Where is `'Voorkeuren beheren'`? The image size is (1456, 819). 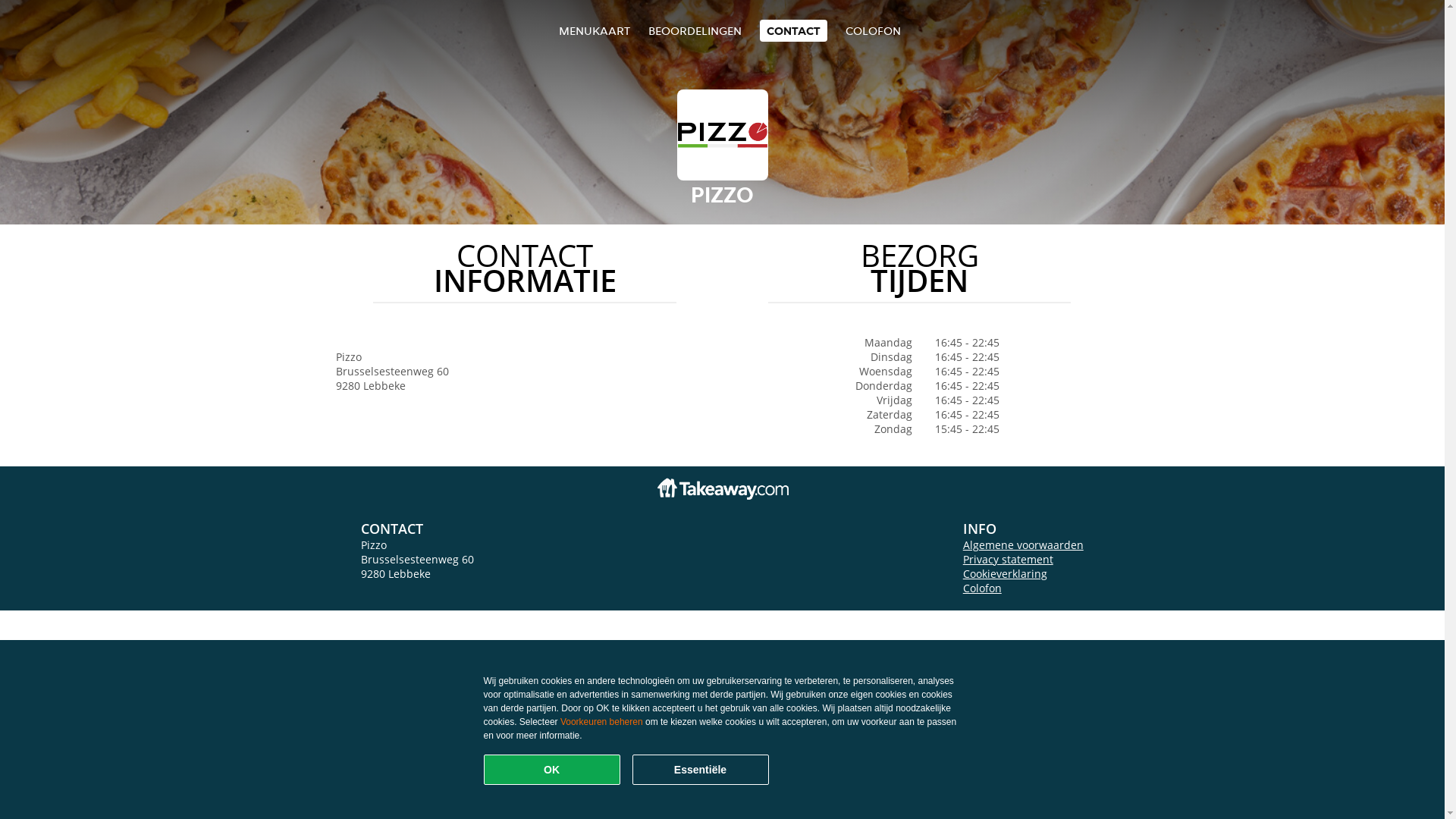
'Voorkeuren beheren' is located at coordinates (601, 721).